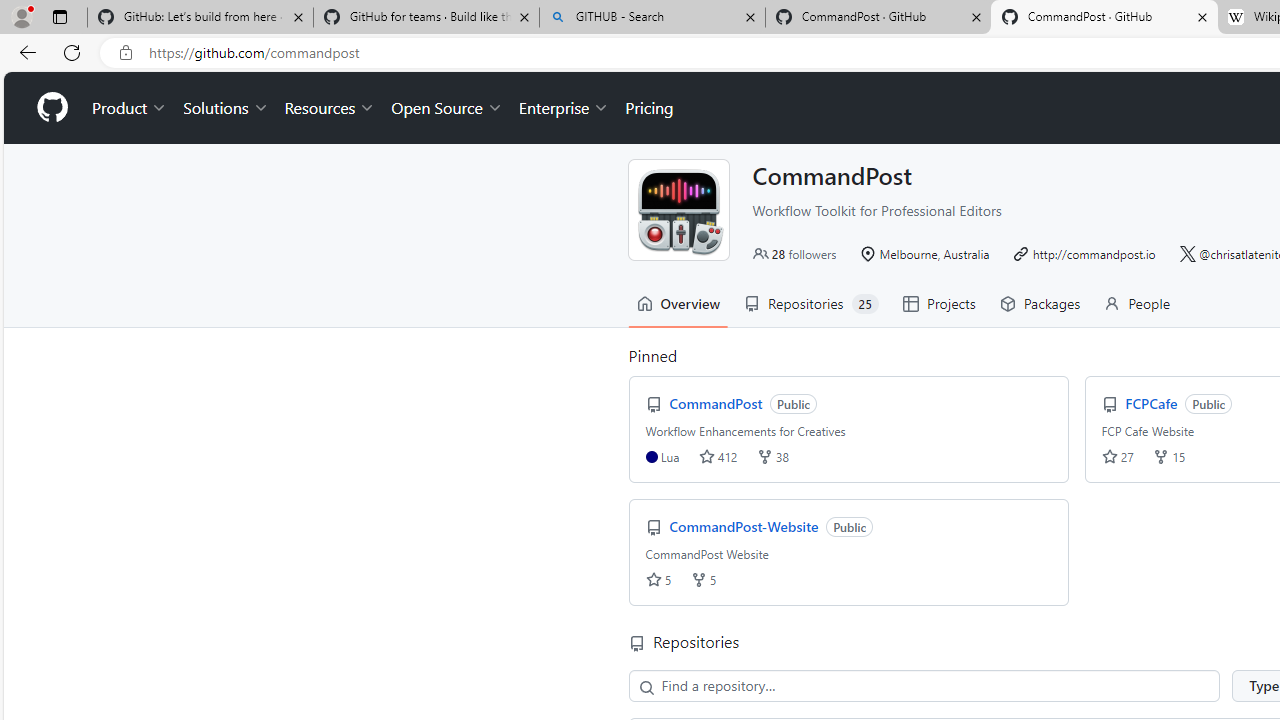  I want to click on 'Overview', so click(679, 303).